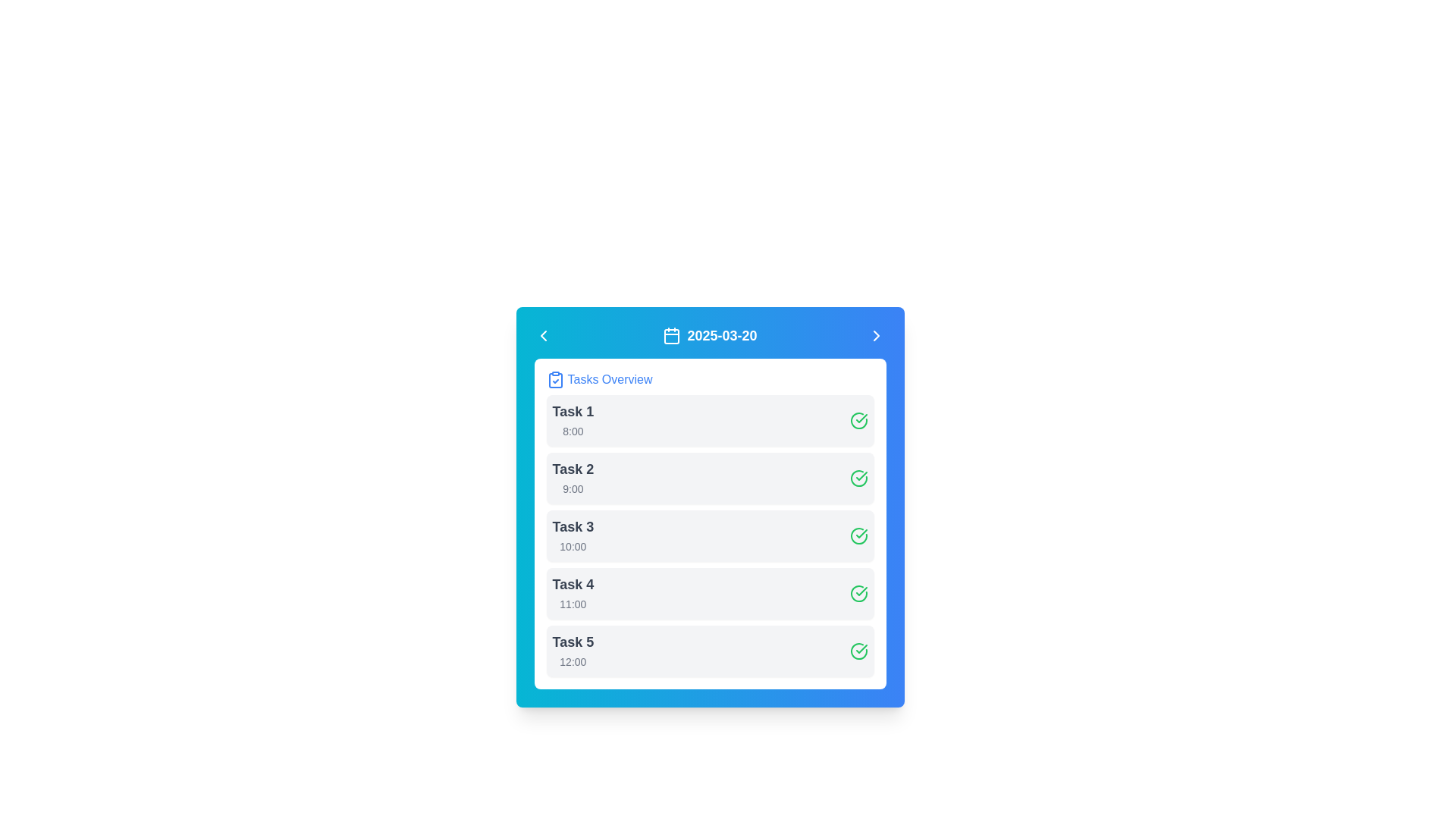  I want to click on the Text label indicating the scheduled time for 'Task 2' in the 'Tasks Overview' section of the scheduling interface, so click(572, 488).